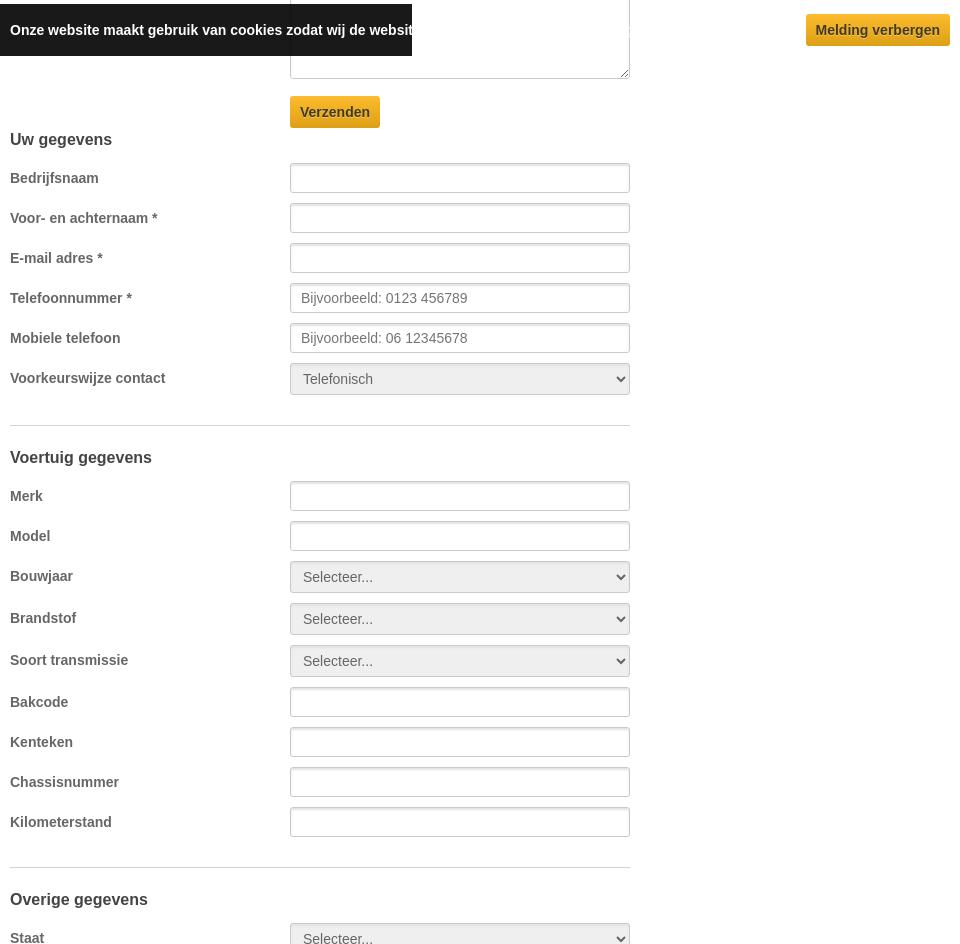 This screenshot has width=960, height=944. Describe the element at coordinates (59, 821) in the screenshot. I see `'Kilometerstand'` at that location.